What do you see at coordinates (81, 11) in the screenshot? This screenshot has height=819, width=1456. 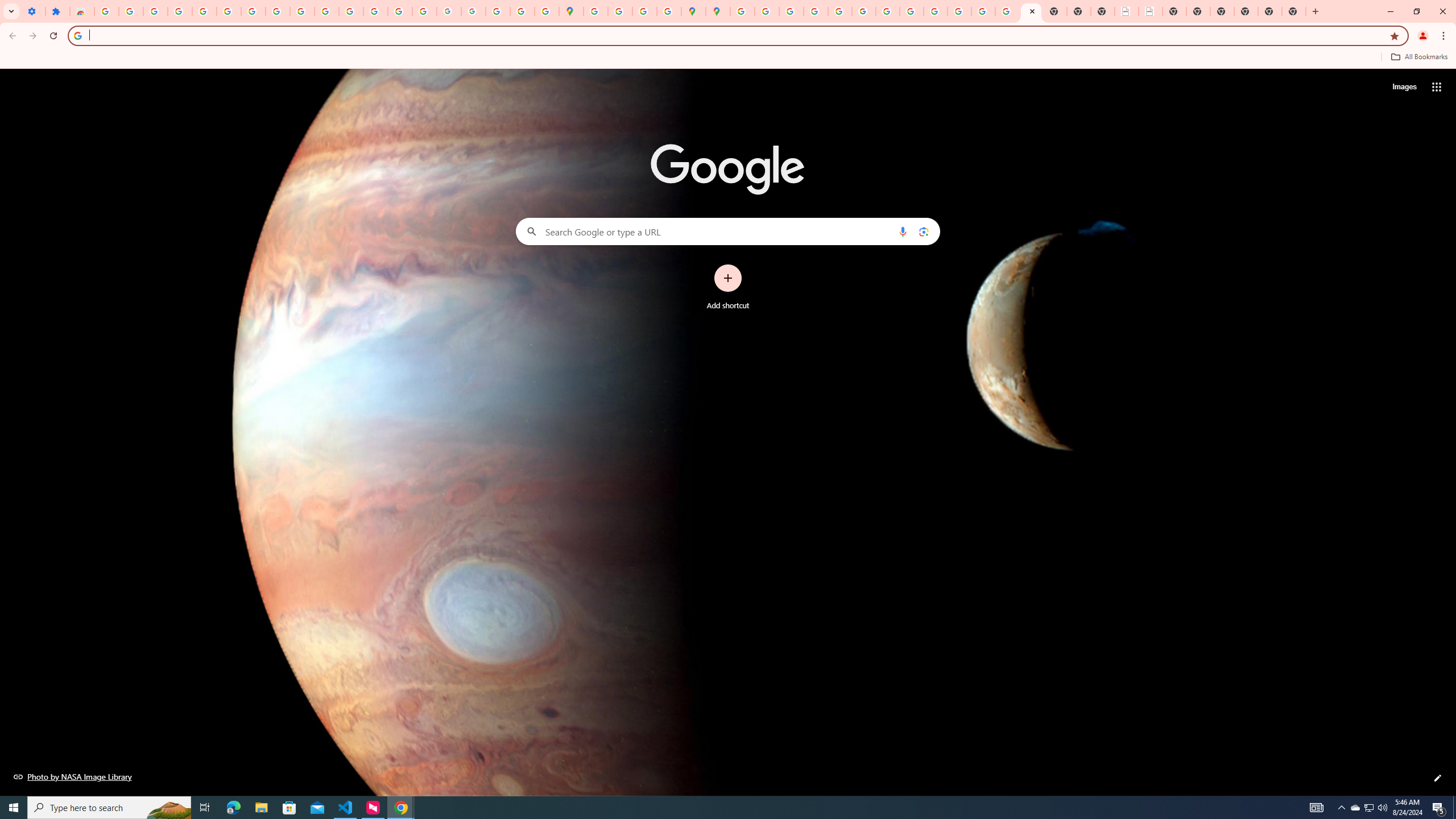 I see `'Reviews: Helix Fruit Jump Arcade Game'` at bounding box center [81, 11].